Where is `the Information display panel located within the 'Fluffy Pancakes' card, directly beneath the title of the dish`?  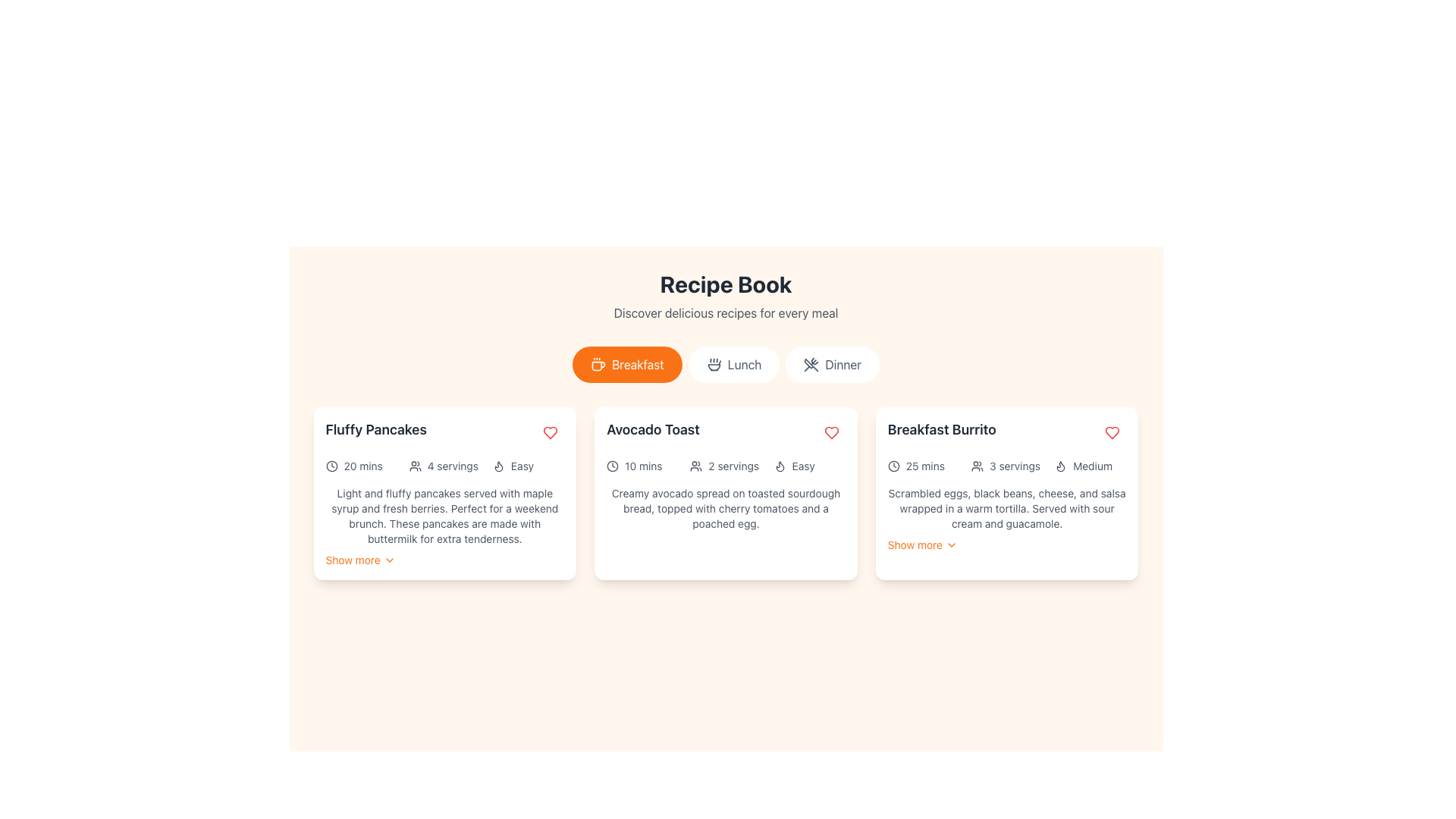
the Information display panel located within the 'Fluffy Pancakes' card, directly beneath the title of the dish is located at coordinates (444, 465).